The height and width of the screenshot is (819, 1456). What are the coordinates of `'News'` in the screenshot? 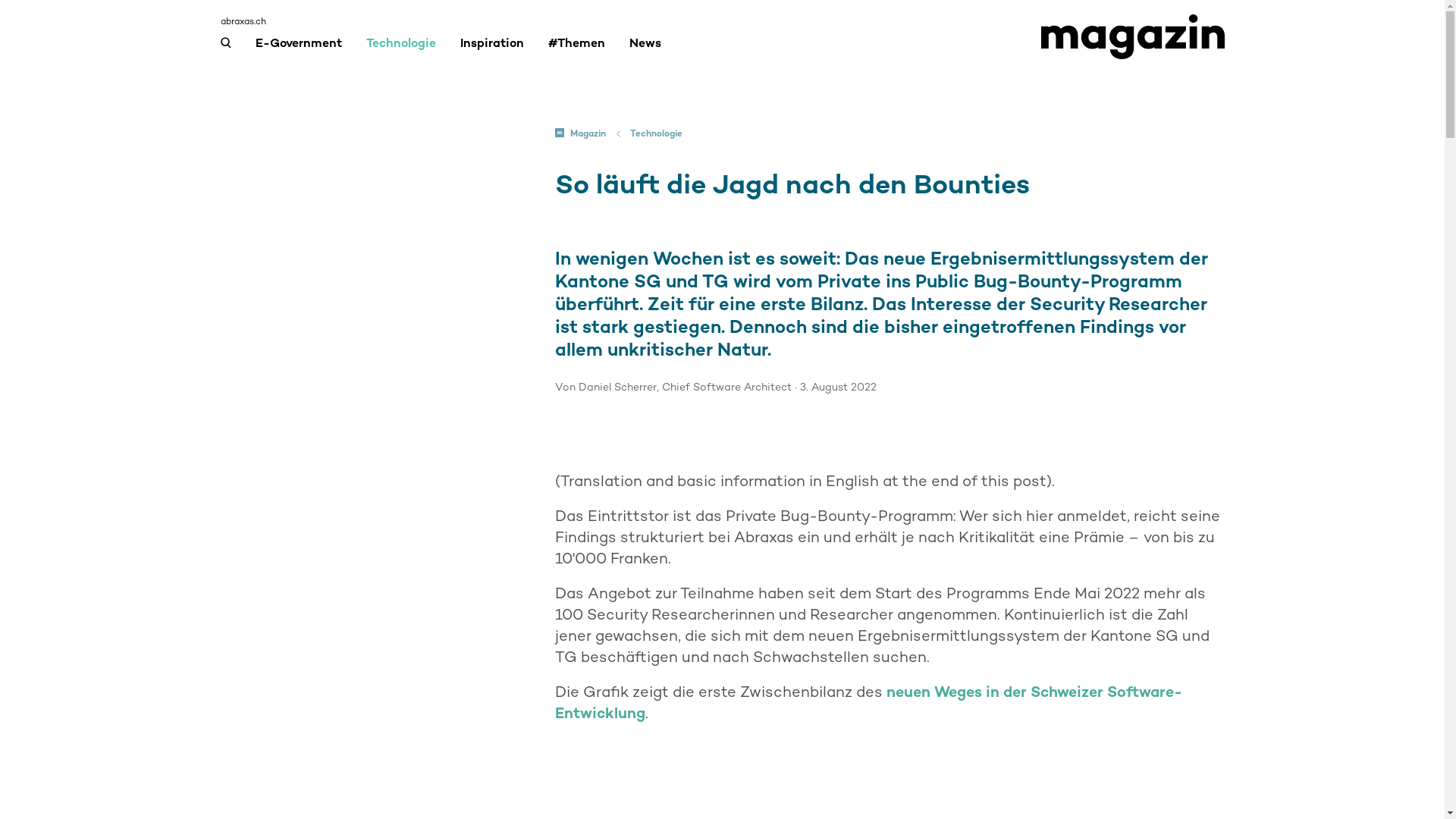 It's located at (645, 49).